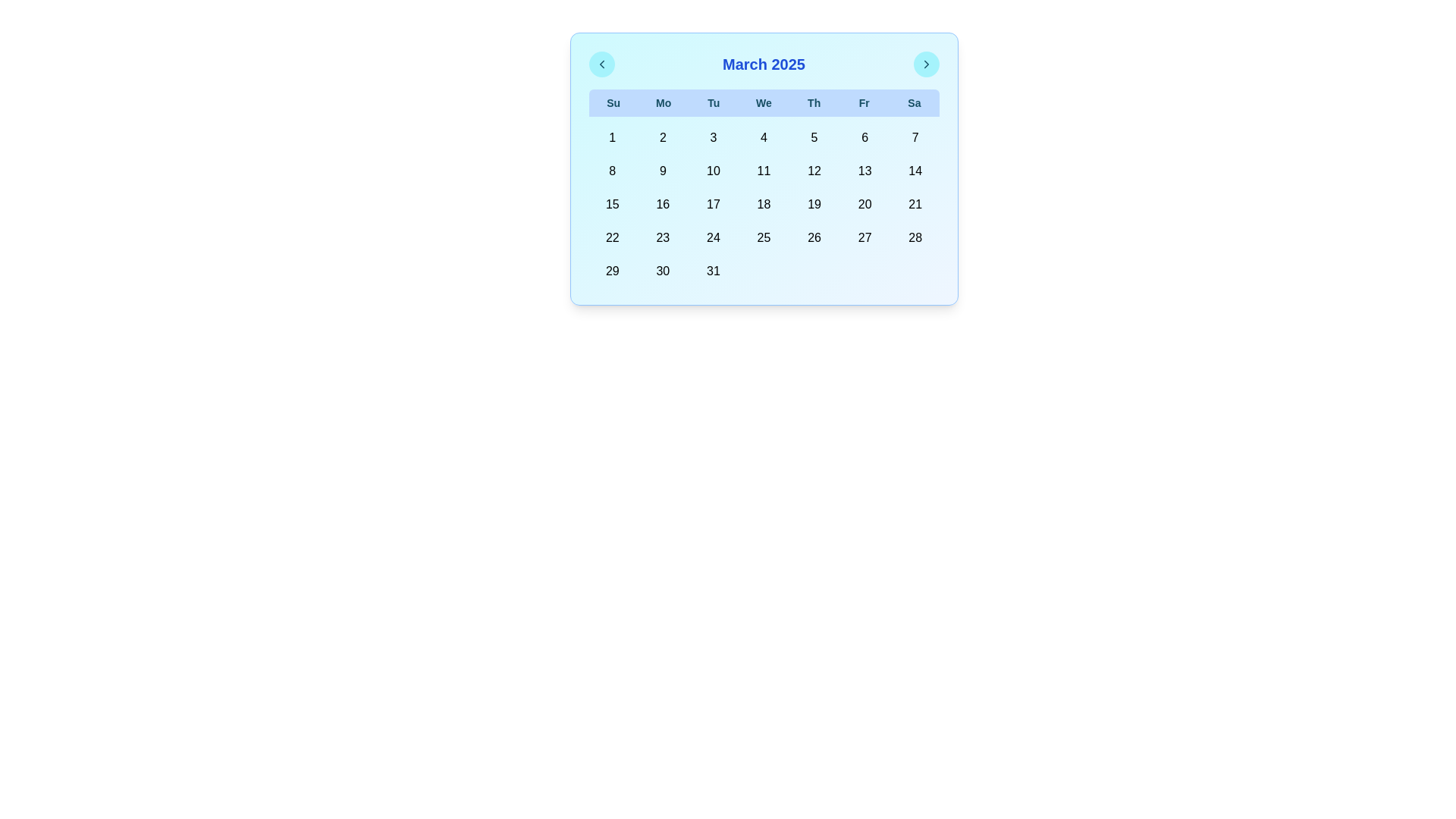 Image resolution: width=1456 pixels, height=819 pixels. Describe the element at coordinates (662, 137) in the screenshot. I see `the rectangular button with a light cyan background and the number '2' displayed in black text` at that location.